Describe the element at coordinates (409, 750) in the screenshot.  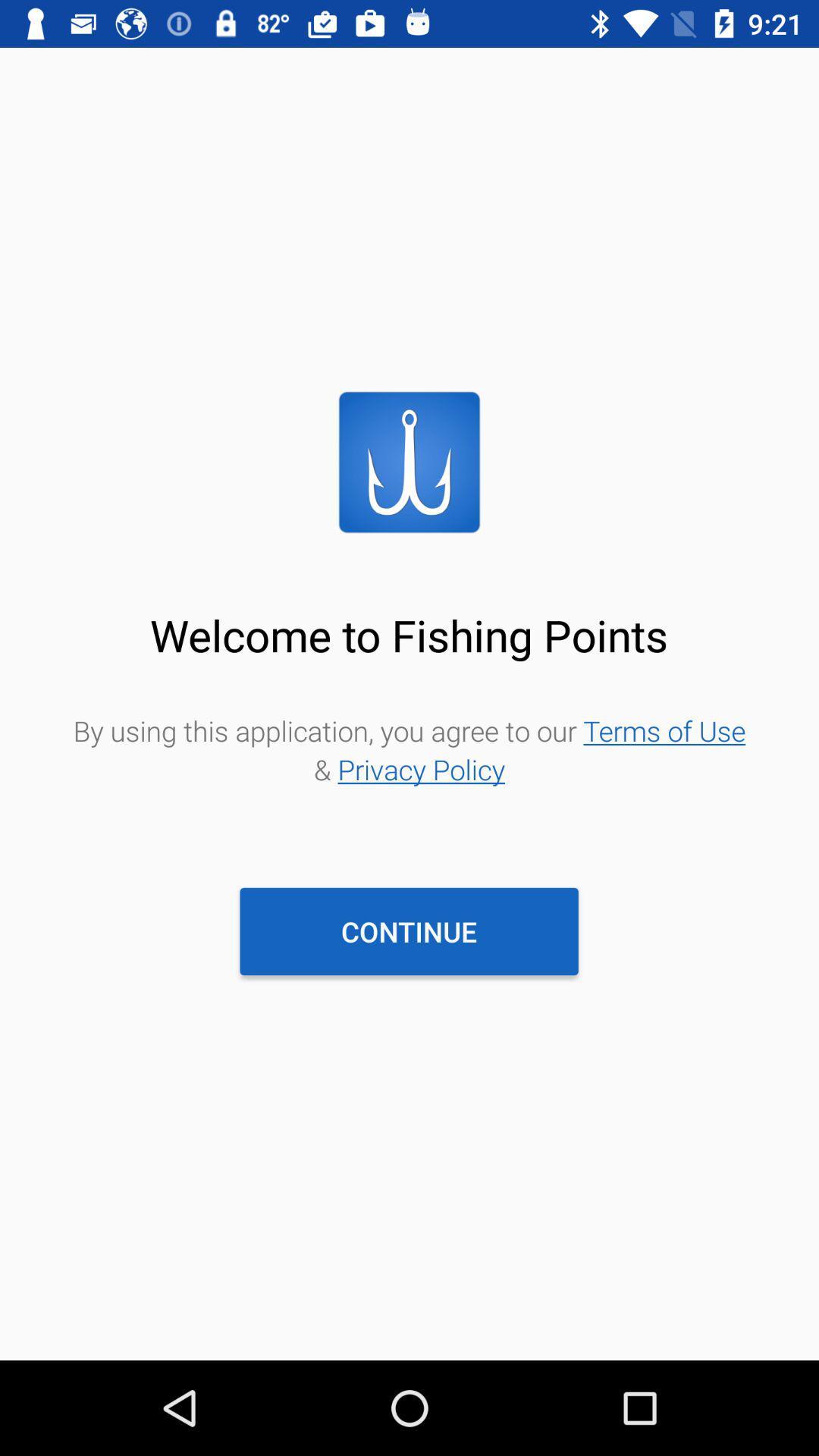
I see `by using this item` at that location.